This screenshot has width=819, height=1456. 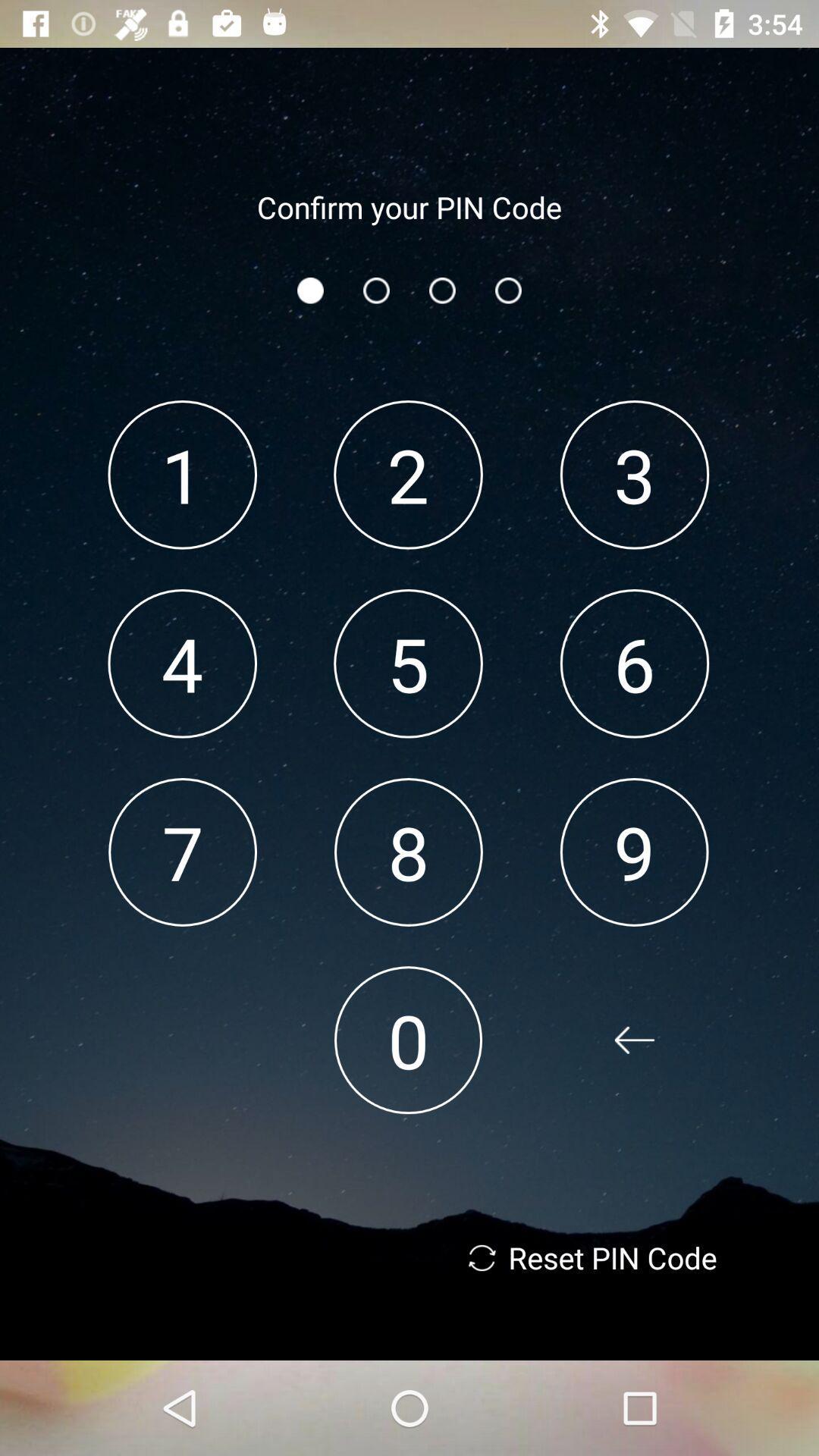 What do you see at coordinates (635, 664) in the screenshot?
I see `the 6 item` at bounding box center [635, 664].